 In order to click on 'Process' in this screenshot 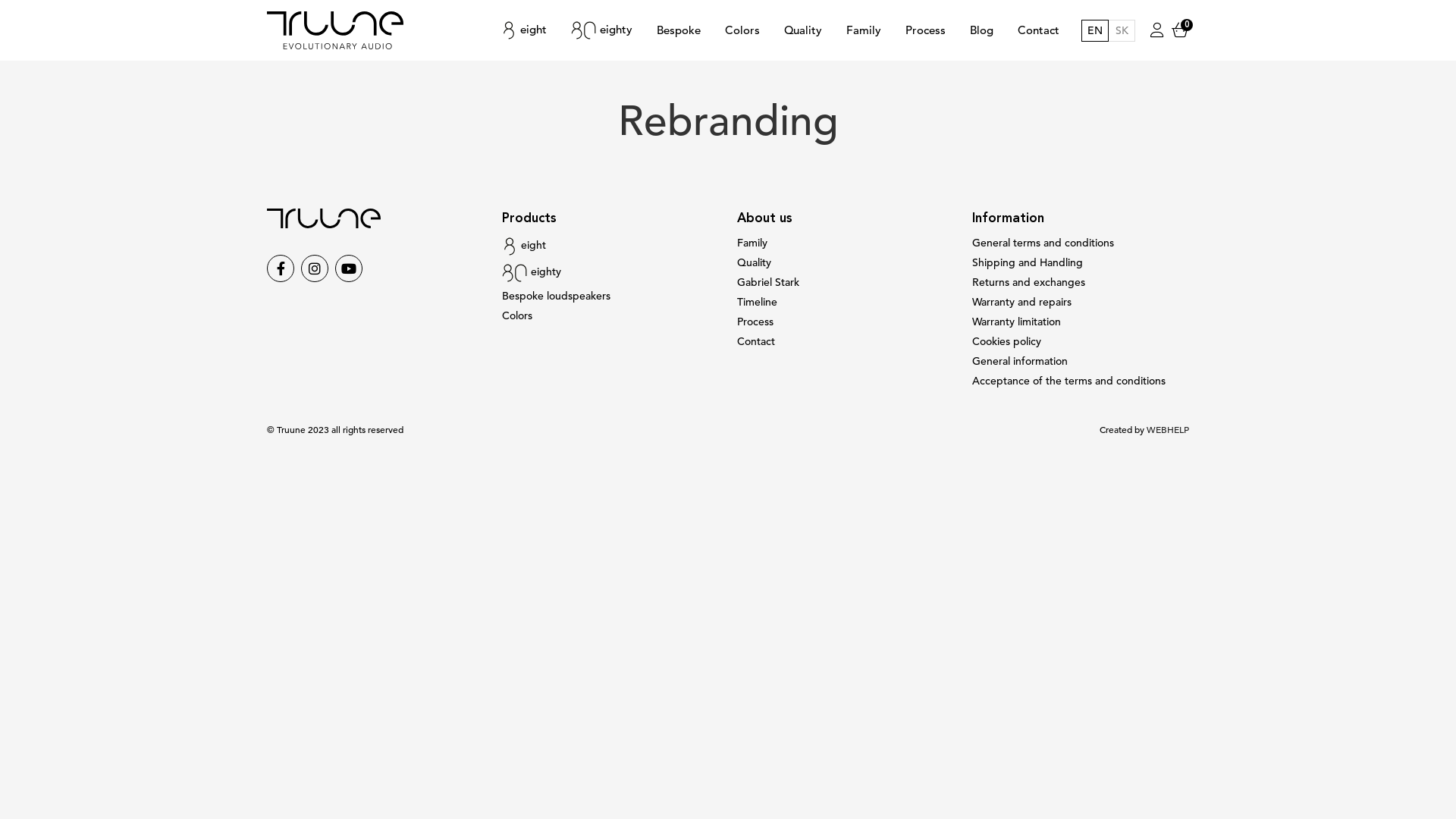, I will do `click(924, 30)`.